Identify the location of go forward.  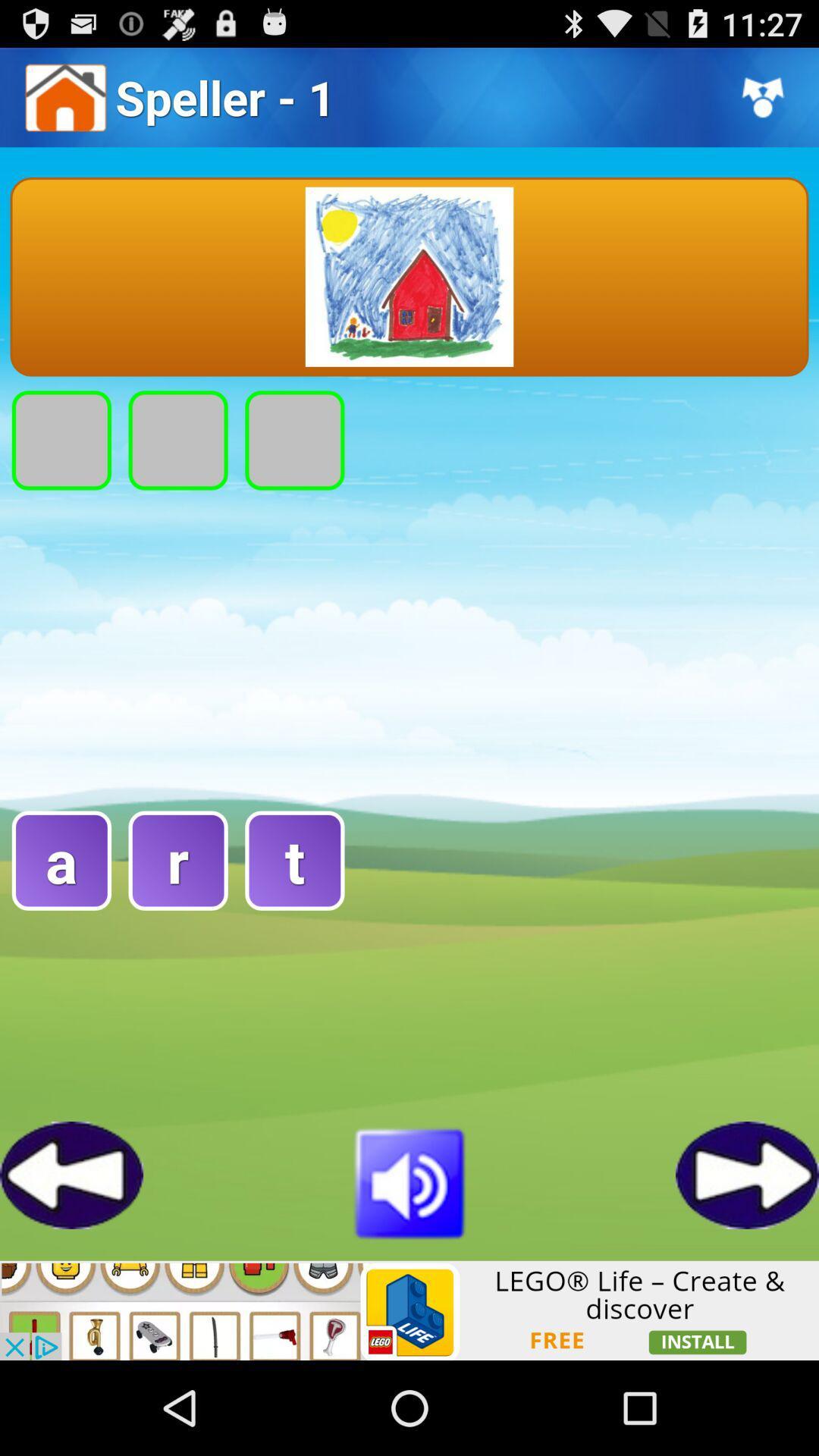
(746, 1174).